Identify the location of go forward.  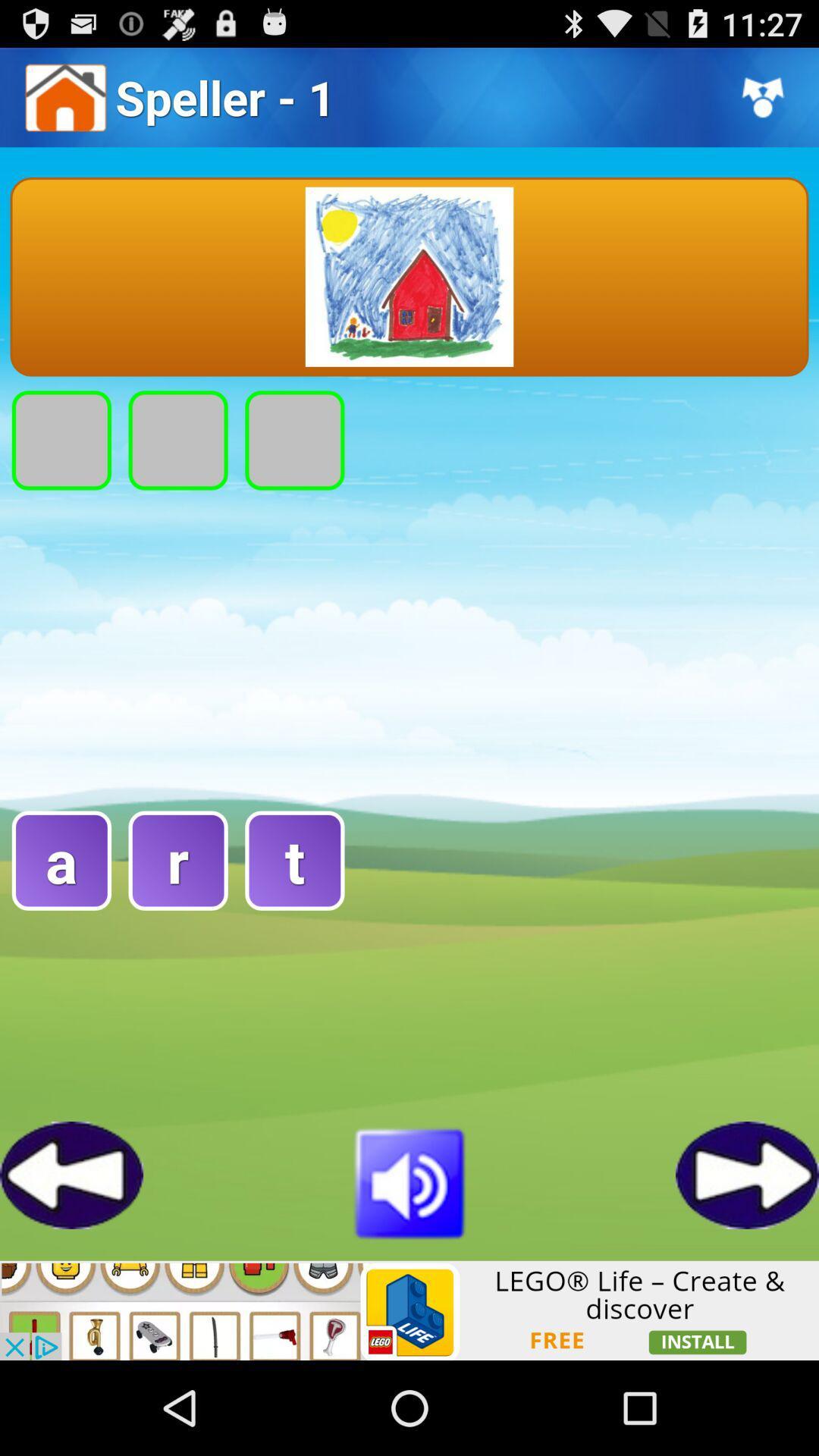
(746, 1174).